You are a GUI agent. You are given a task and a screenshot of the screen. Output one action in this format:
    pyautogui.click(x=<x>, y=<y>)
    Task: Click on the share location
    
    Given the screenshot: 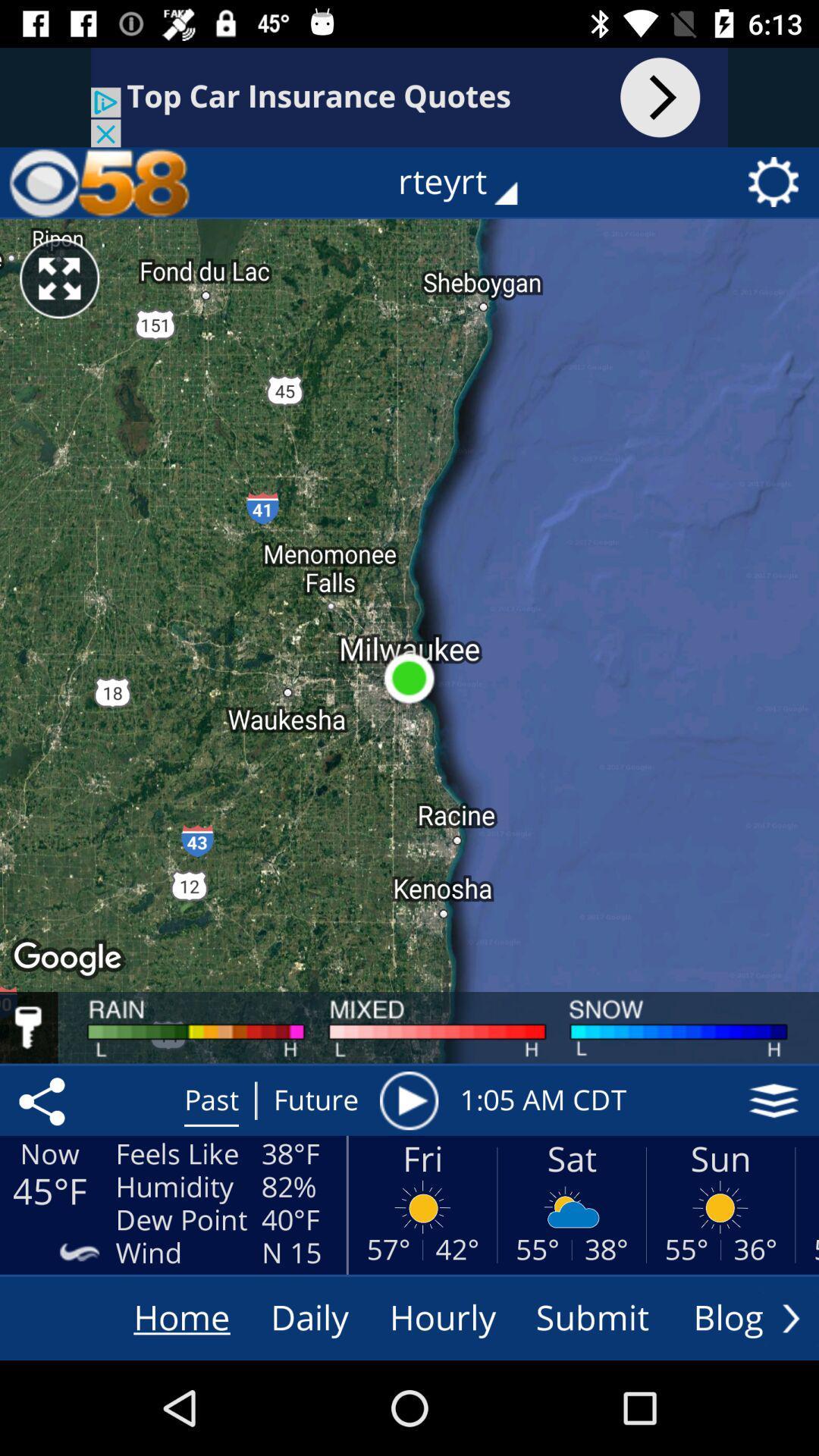 What is the action you would take?
    pyautogui.click(x=44, y=1100)
    